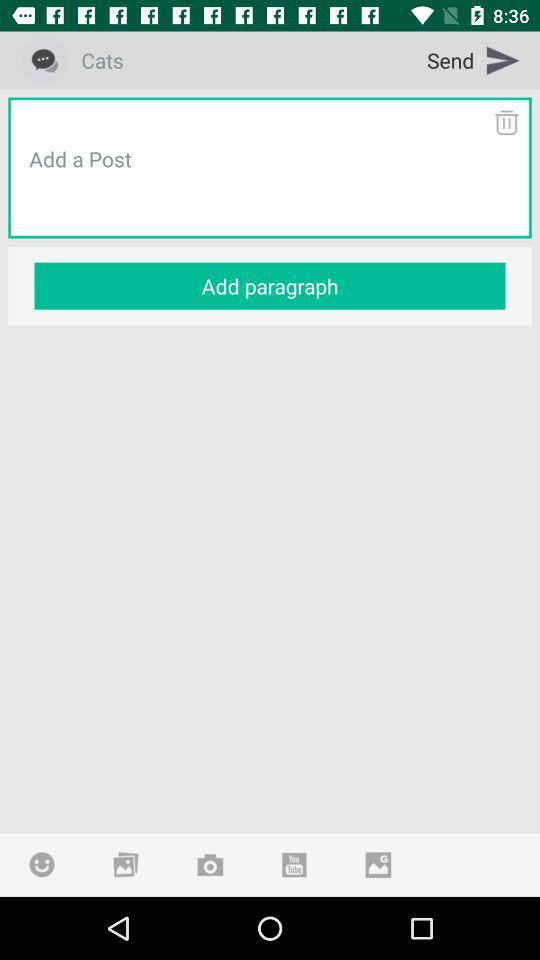 The height and width of the screenshot is (960, 540). What do you see at coordinates (270, 183) in the screenshot?
I see `the icon above the add paragraph icon` at bounding box center [270, 183].